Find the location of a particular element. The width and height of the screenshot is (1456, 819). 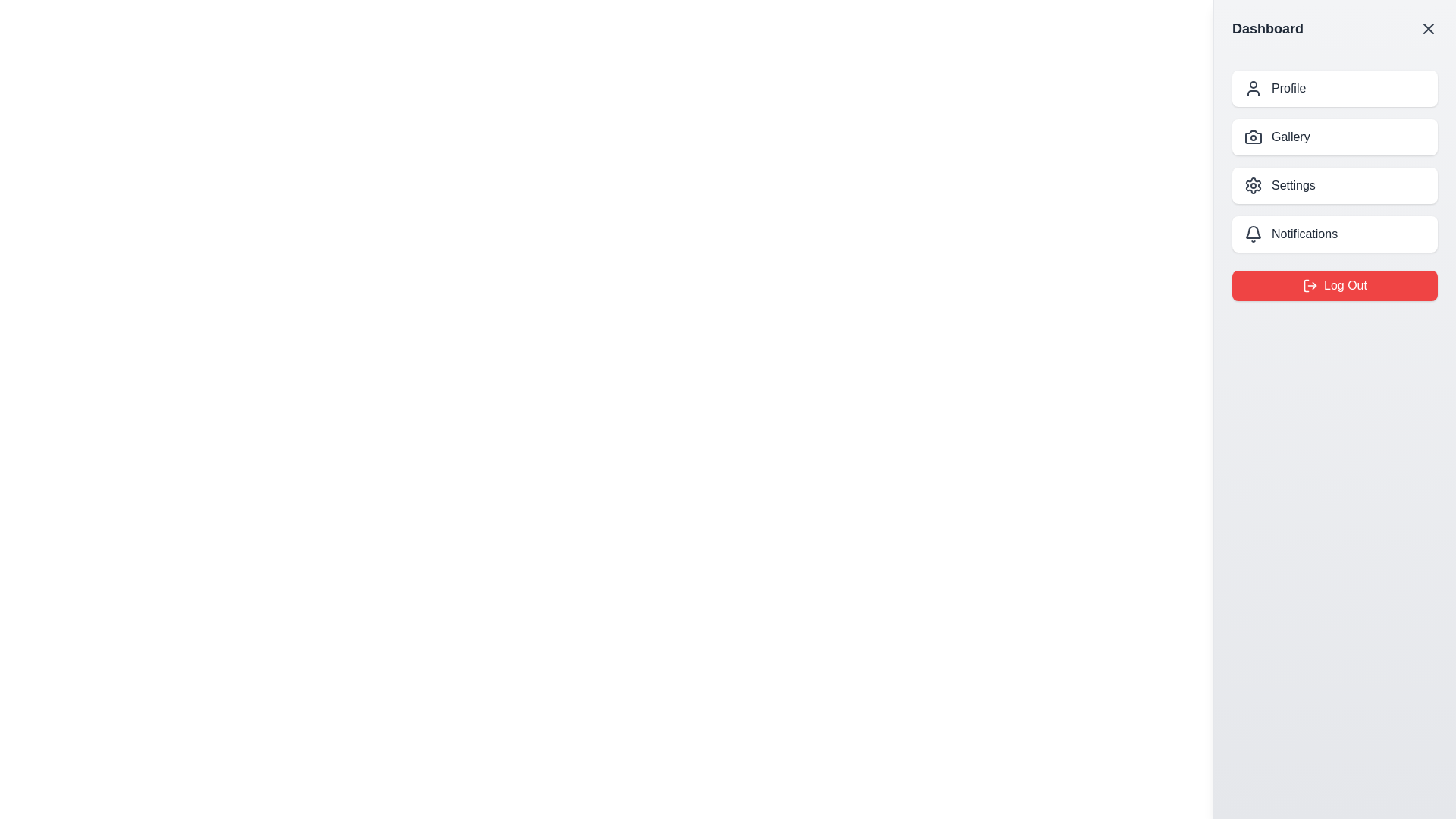

the 'Gallery' text label in the vertical navigation menu, which is the second option below 'Profile' and above 'Settings' is located at coordinates (1290, 137).